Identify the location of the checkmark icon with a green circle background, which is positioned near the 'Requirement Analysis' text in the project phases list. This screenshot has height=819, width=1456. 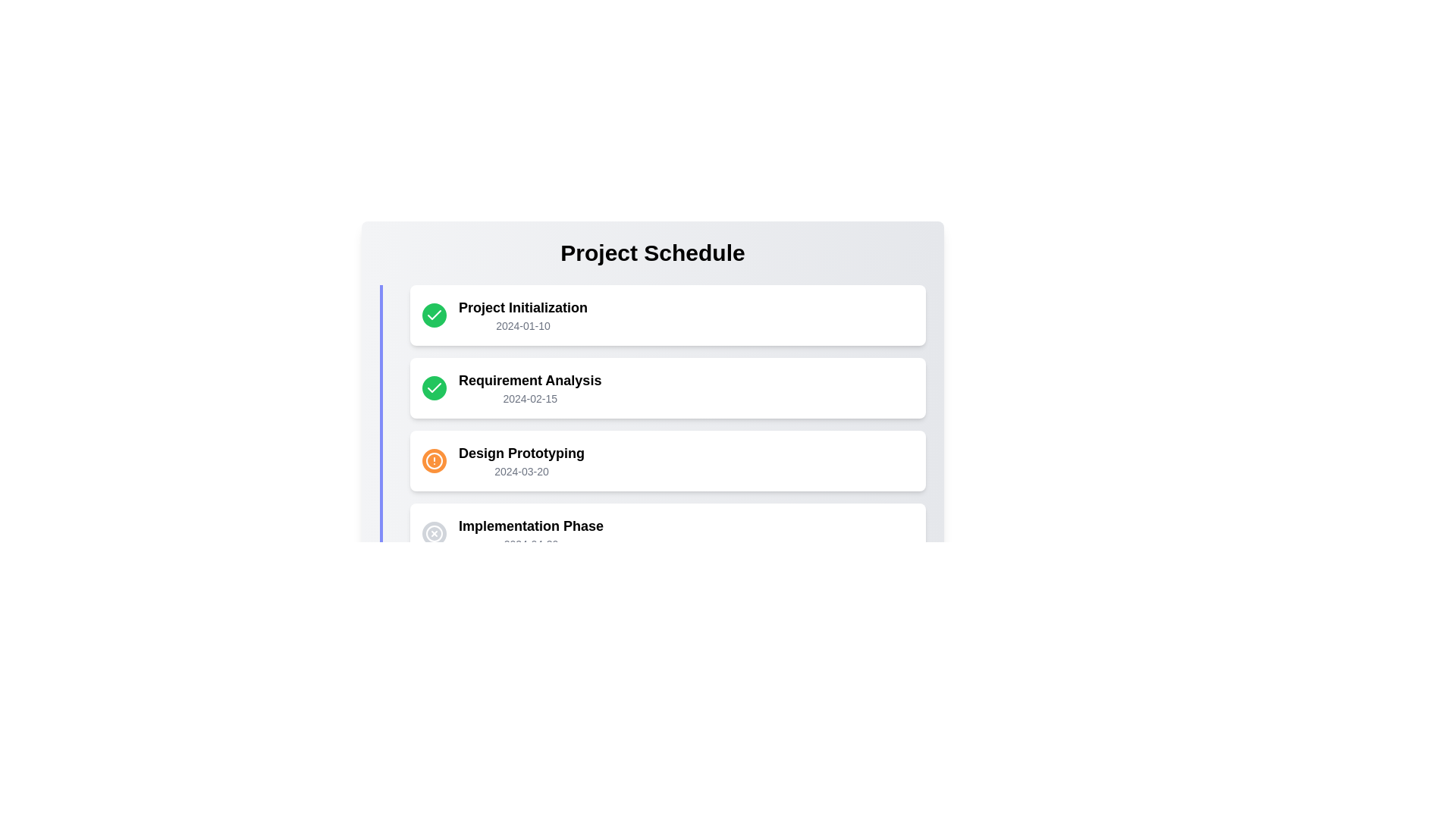
(433, 315).